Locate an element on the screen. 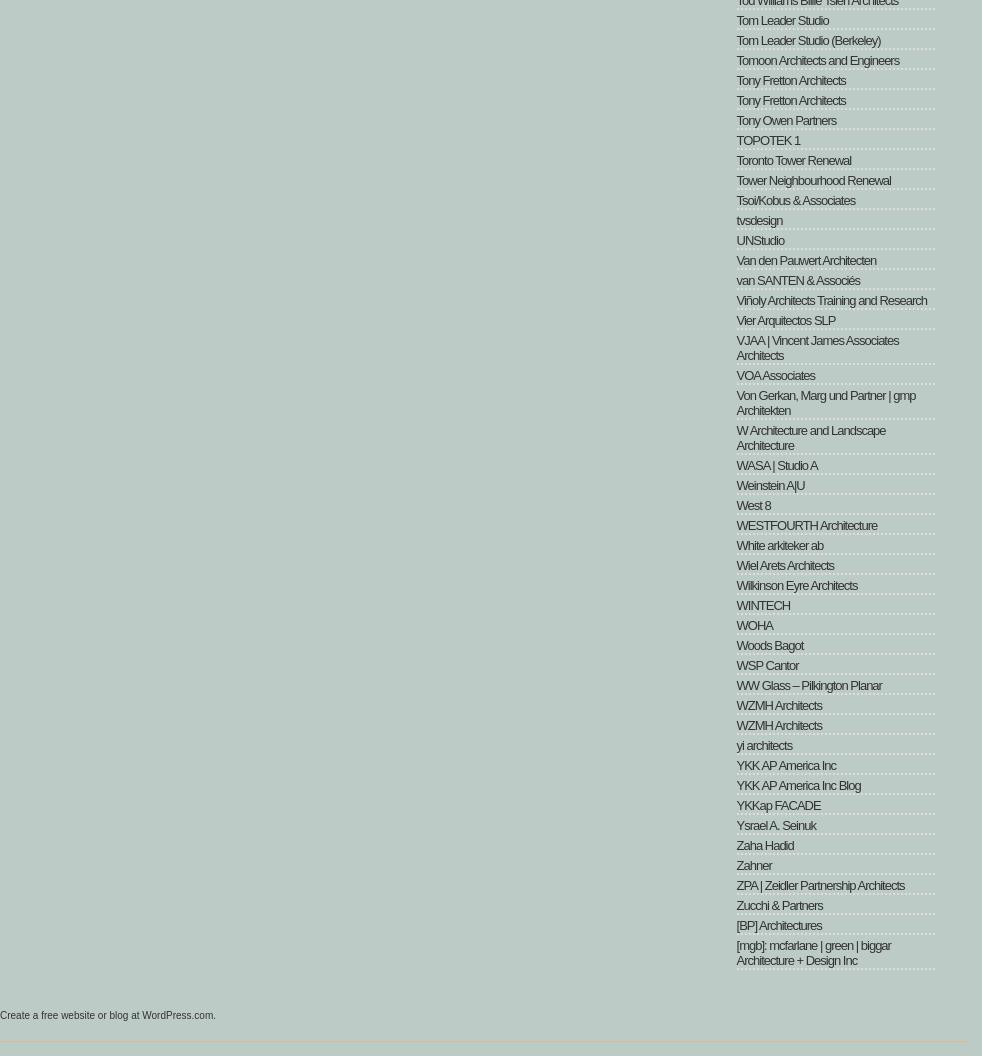 Image resolution: width=982 pixels, height=1056 pixels. '[mgb]: mcfarlane | green | biggar Architecture + Design Inc' is located at coordinates (812, 953).